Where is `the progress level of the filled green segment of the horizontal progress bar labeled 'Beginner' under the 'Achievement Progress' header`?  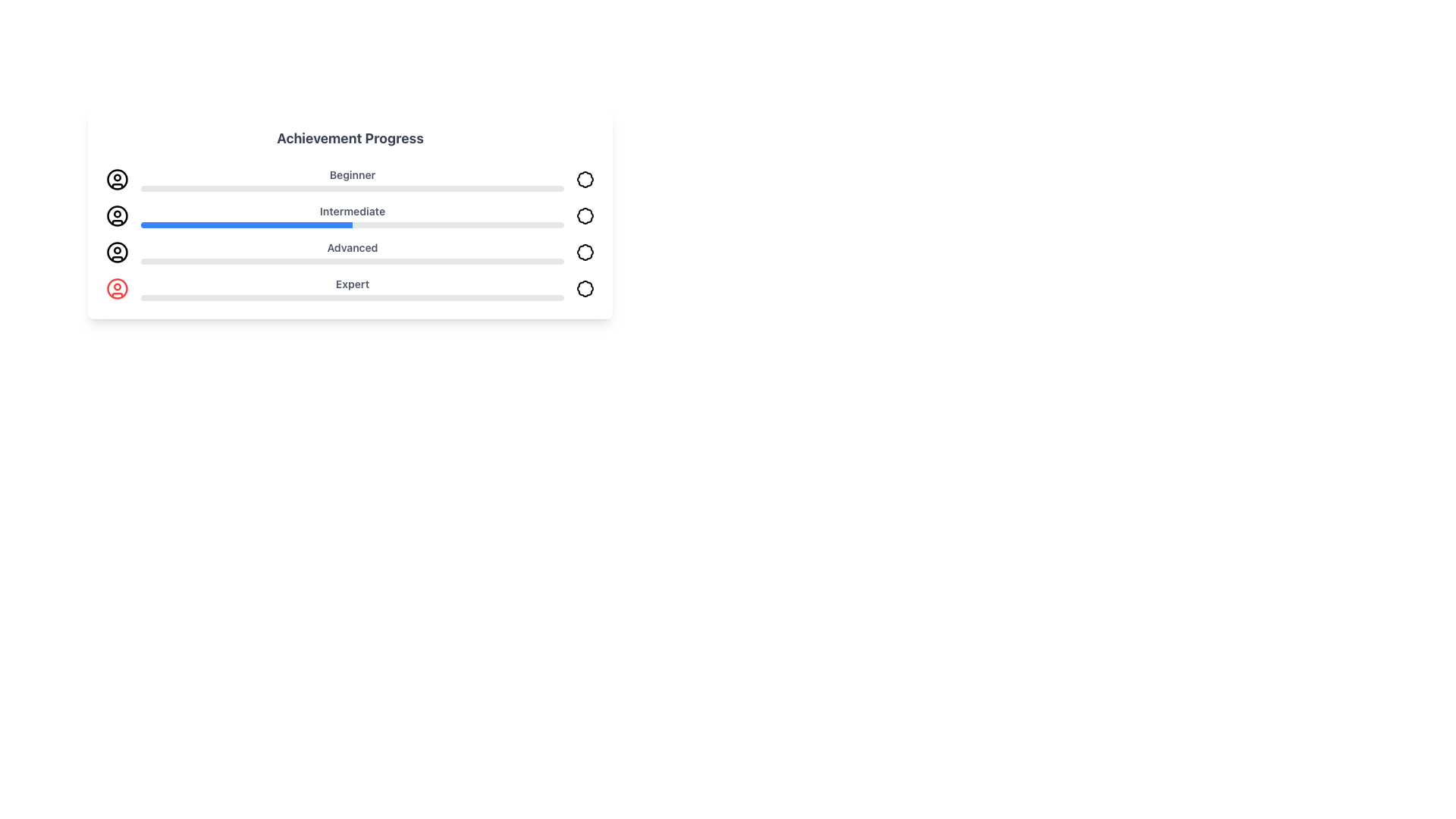
the progress level of the filled green segment of the horizontal progress bar labeled 'Beginner' under the 'Achievement Progress' header is located at coordinates (182, 188).